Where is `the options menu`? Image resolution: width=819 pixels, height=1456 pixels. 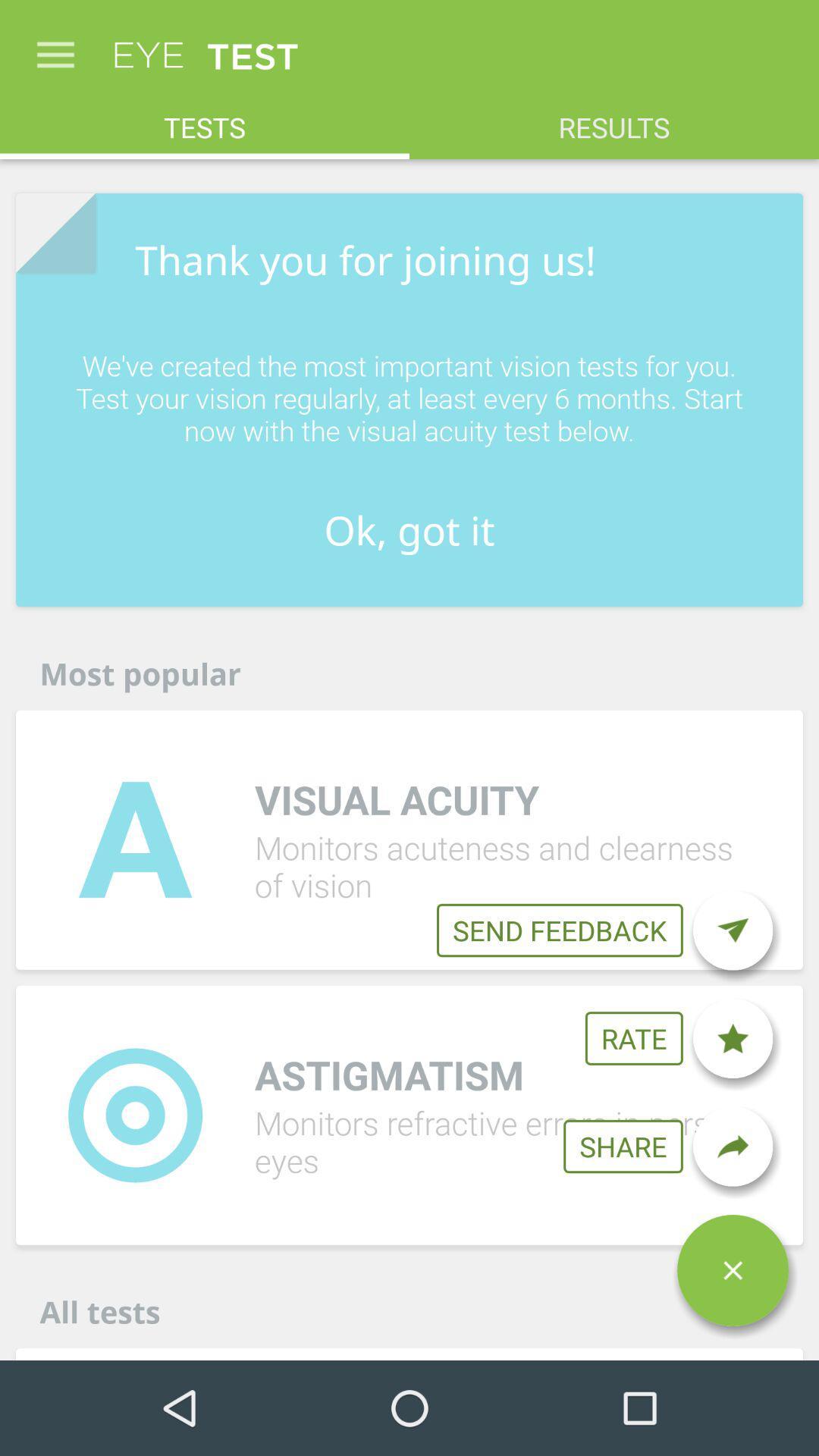
the options menu is located at coordinates (732, 1270).